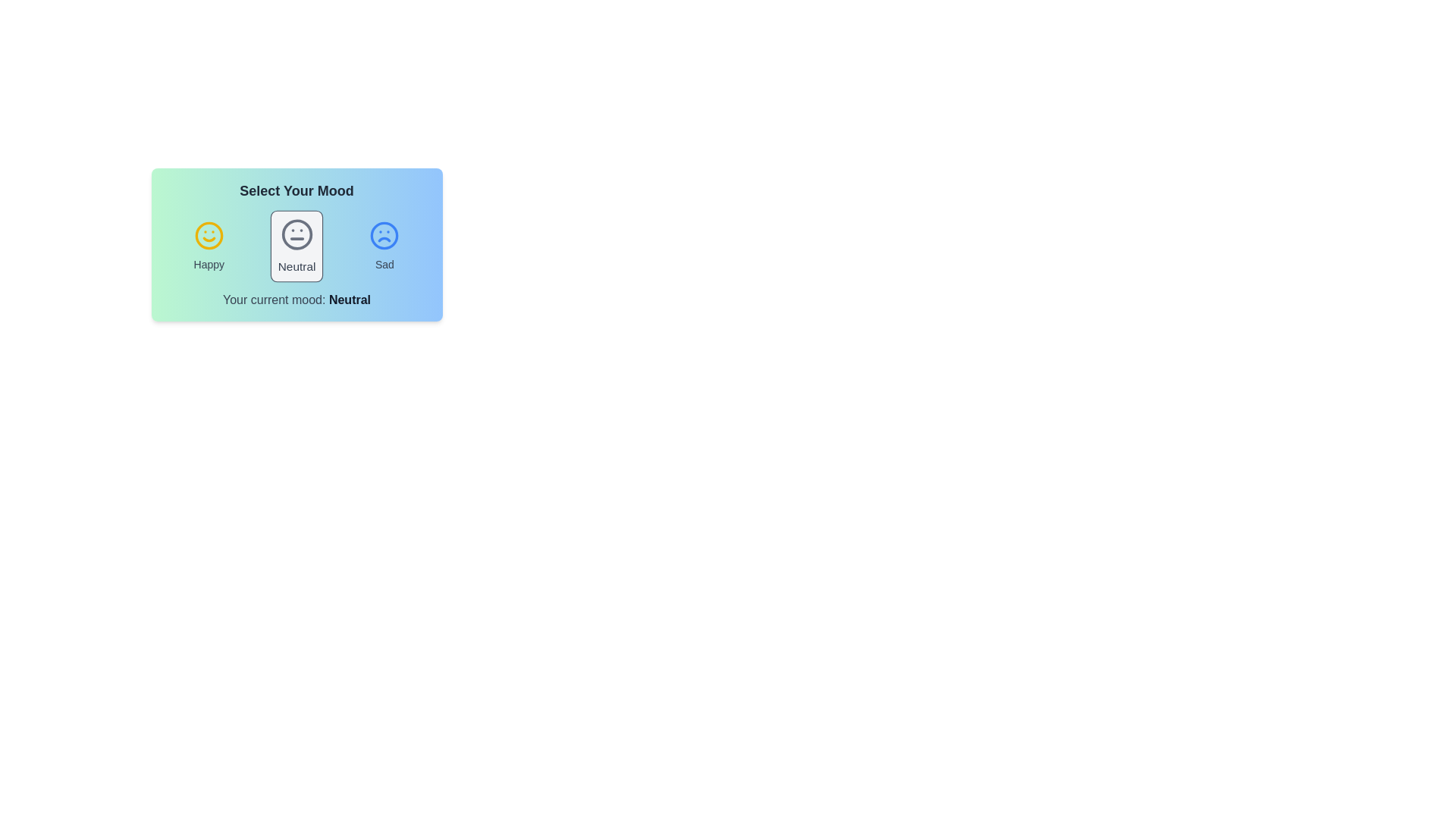 The height and width of the screenshot is (819, 1456). Describe the element at coordinates (384, 263) in the screenshot. I see `the text 'Sad' in the component` at that location.